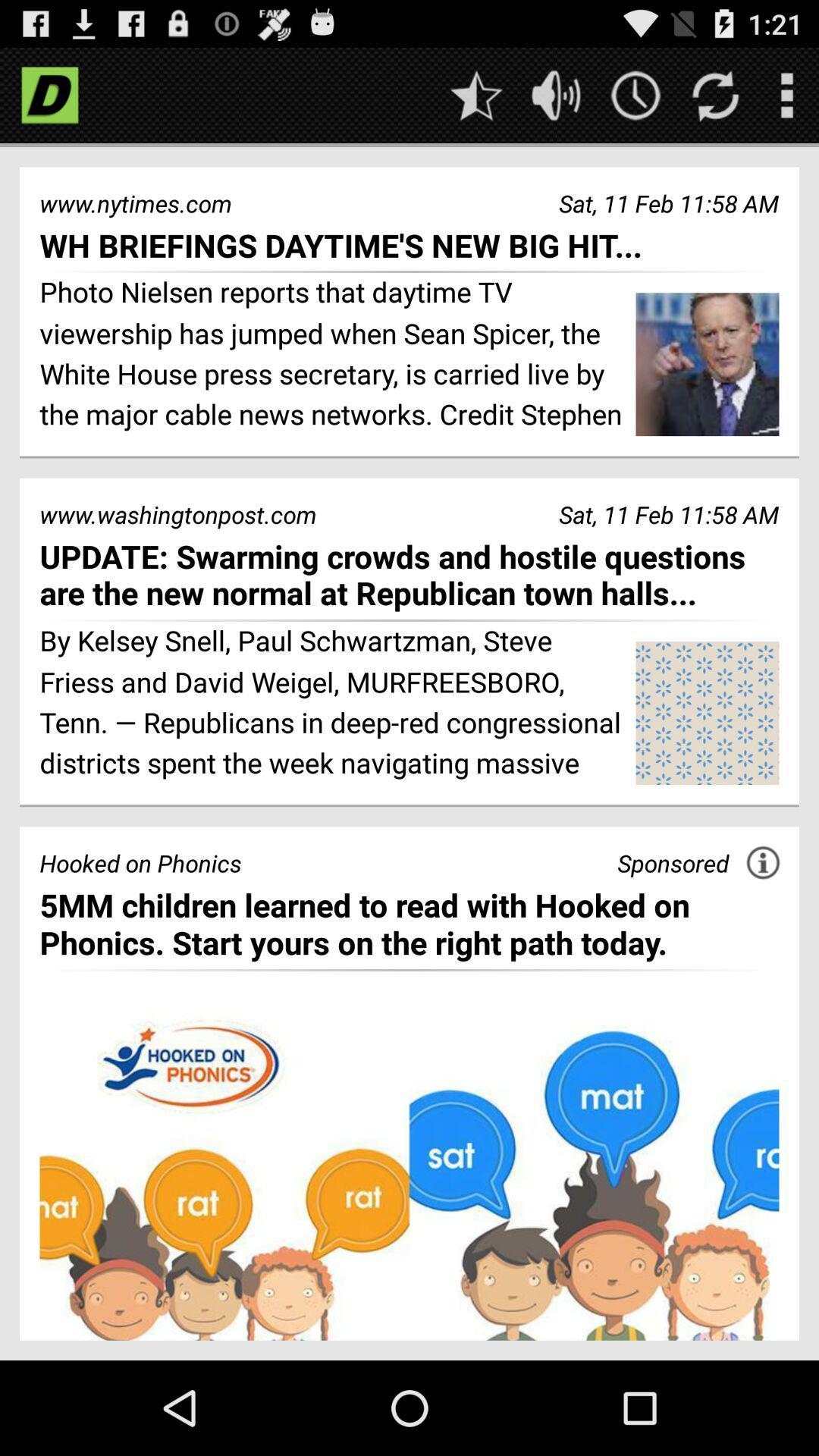 The height and width of the screenshot is (1456, 819). I want to click on the conent, so click(409, 1175).